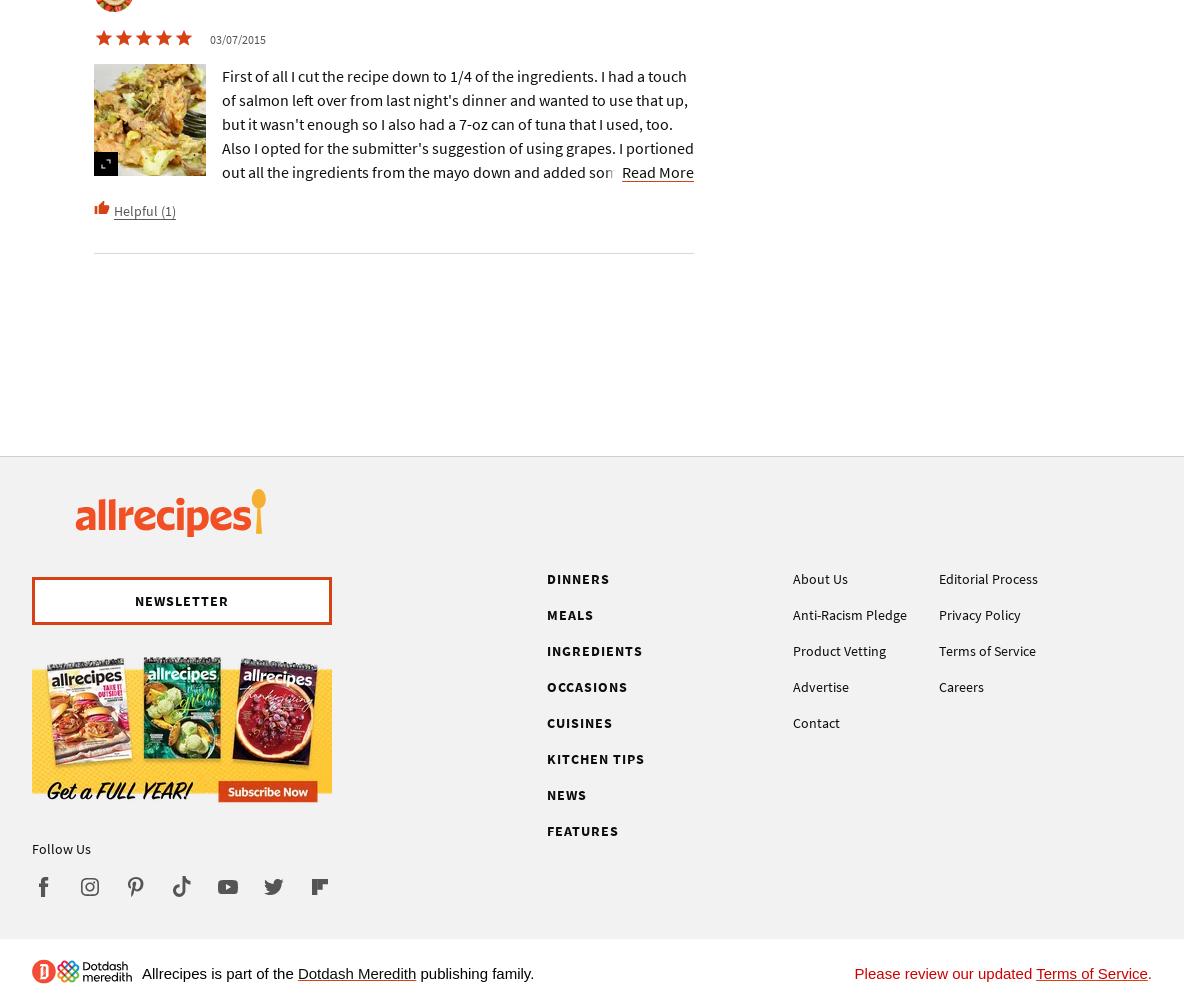  Describe the element at coordinates (456, 171) in the screenshot. I see `'First of all I cut the recipe down to 1/4 of the ingredients.  I had a touch of salmon left over from last night's dinner and wanted to use that up, but it wasn't enough so I also had a 7-oz can of tuna that I used, too.  Also I opted for the submitter's suggestion of using grapes.  I portioned out all the ingredients from the mayo down and added some to the salmon and the rest to the tuna for our lunch today.  Both were good, though my husband preferred the mix with the tuna.  This is a nice take of the protein salad mixes that are out there.  I would make this again!  Thanks for our lunch, CARLISFAMILY!'` at that location.